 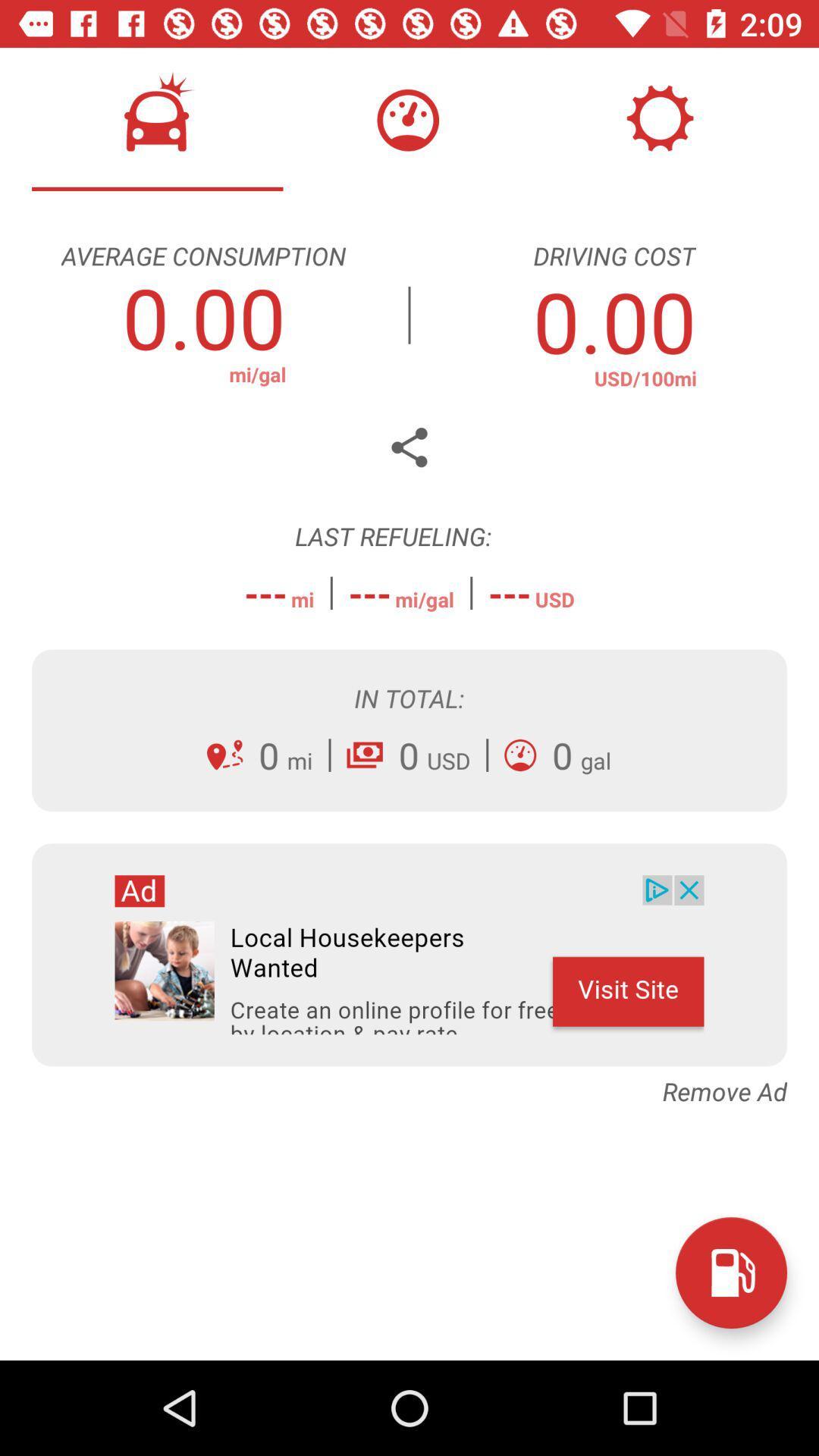 I want to click on advertising, so click(x=409, y=954).